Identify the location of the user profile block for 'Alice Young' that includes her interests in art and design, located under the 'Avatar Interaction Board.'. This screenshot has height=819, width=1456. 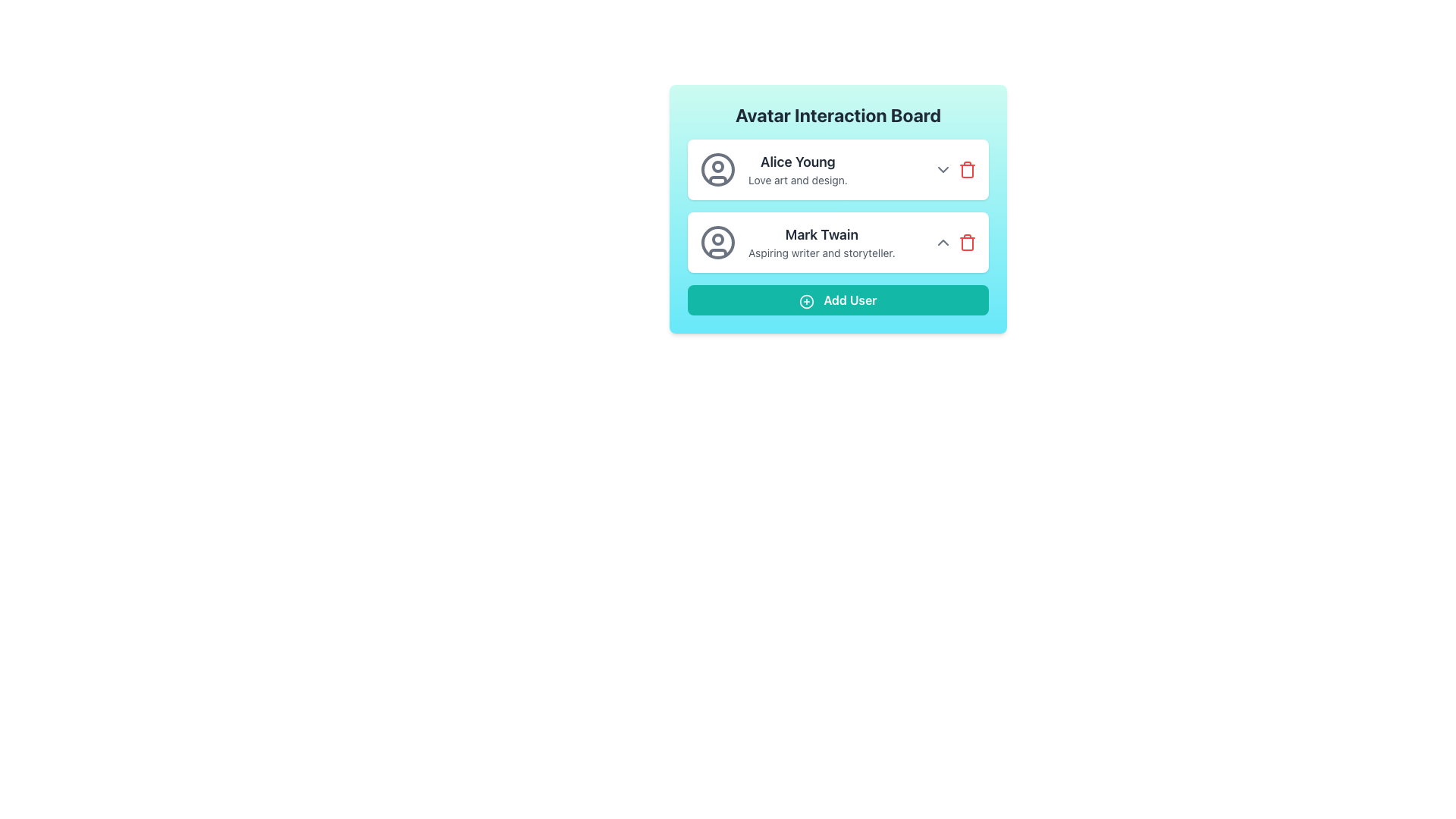
(837, 169).